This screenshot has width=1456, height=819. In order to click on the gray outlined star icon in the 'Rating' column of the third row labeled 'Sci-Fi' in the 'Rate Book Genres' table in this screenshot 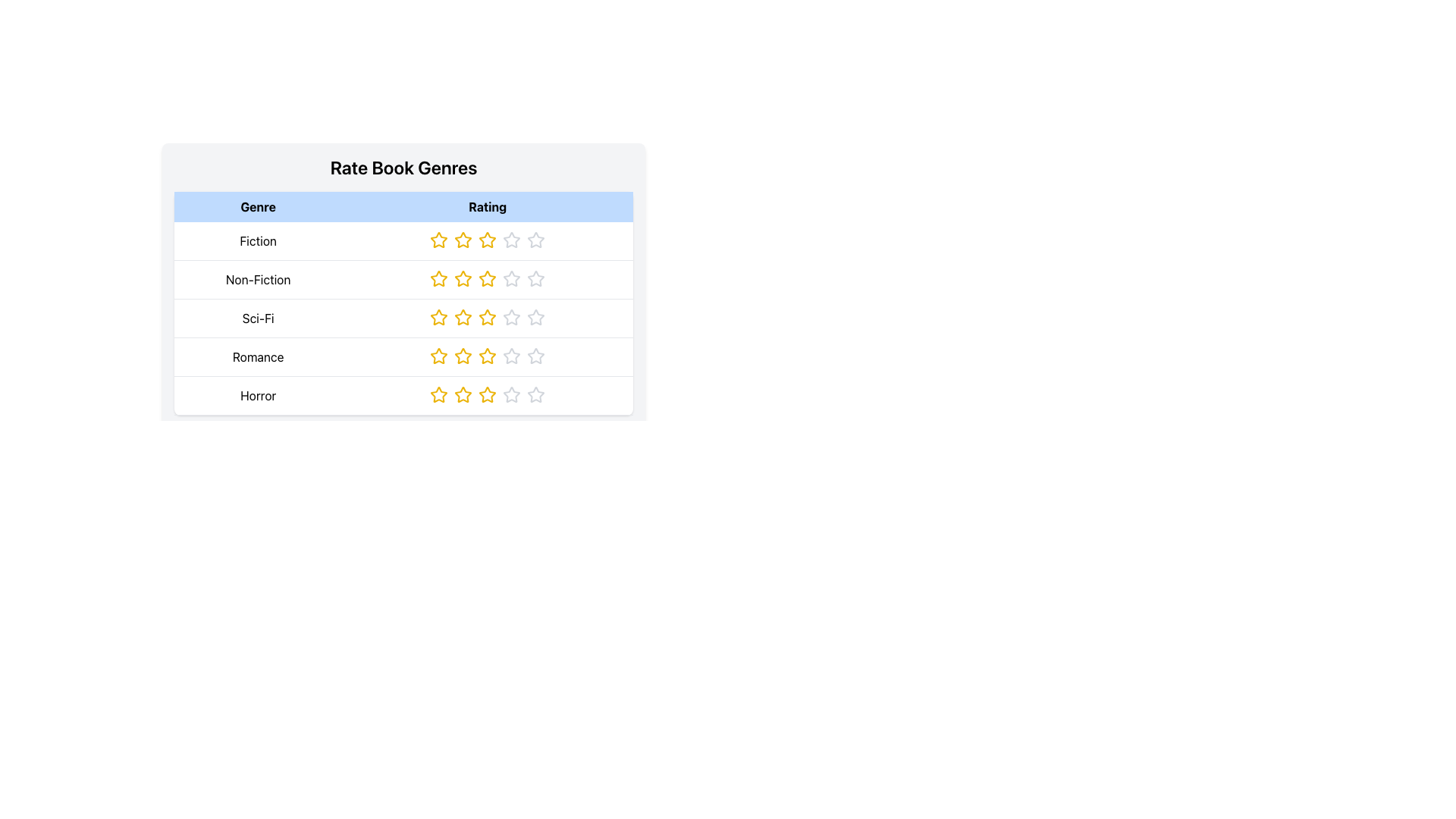, I will do `click(536, 317)`.